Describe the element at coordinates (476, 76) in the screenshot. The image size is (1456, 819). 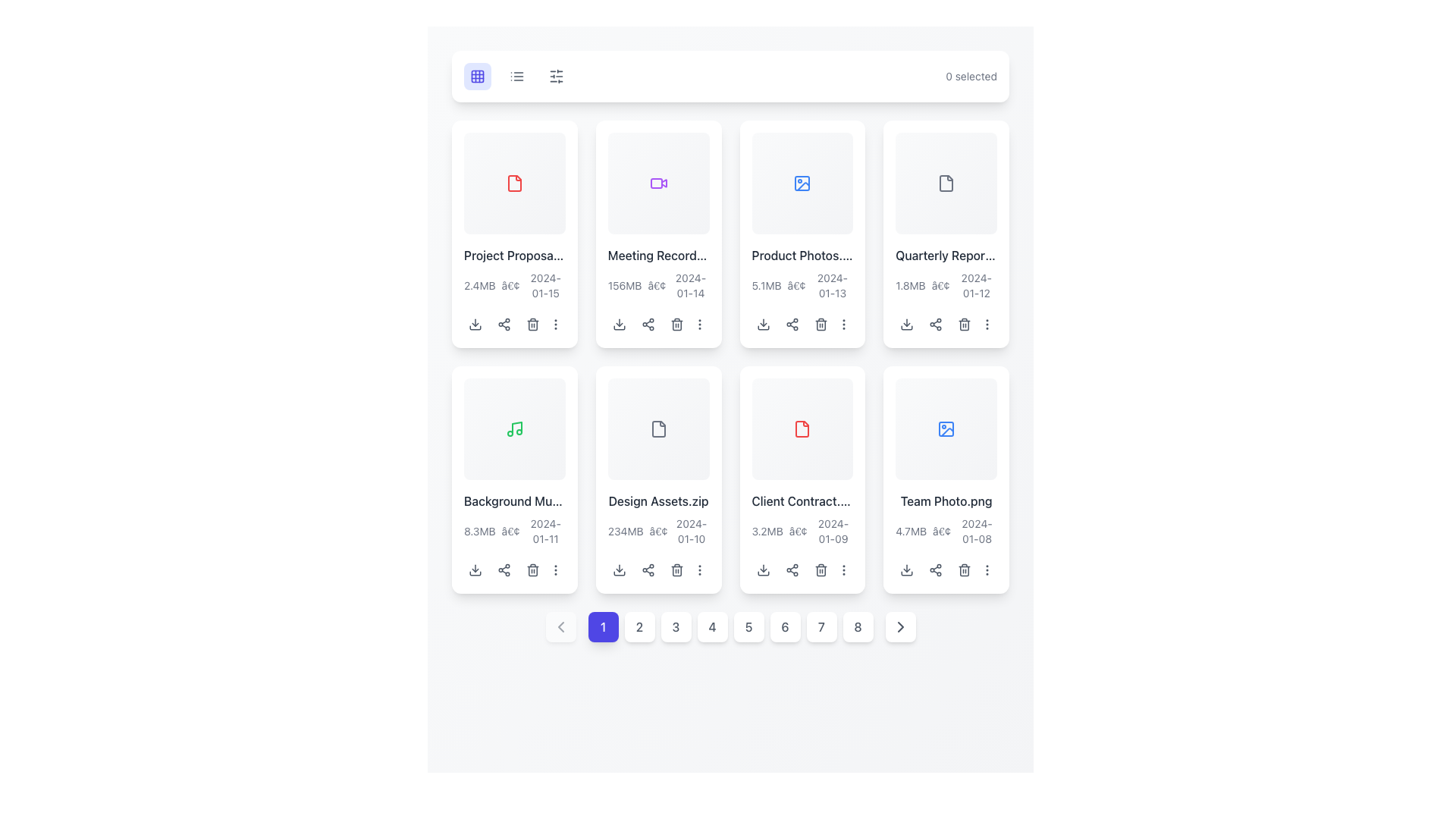
I see `the grid toggle button icon located at the top-left corner of the interface` at that location.